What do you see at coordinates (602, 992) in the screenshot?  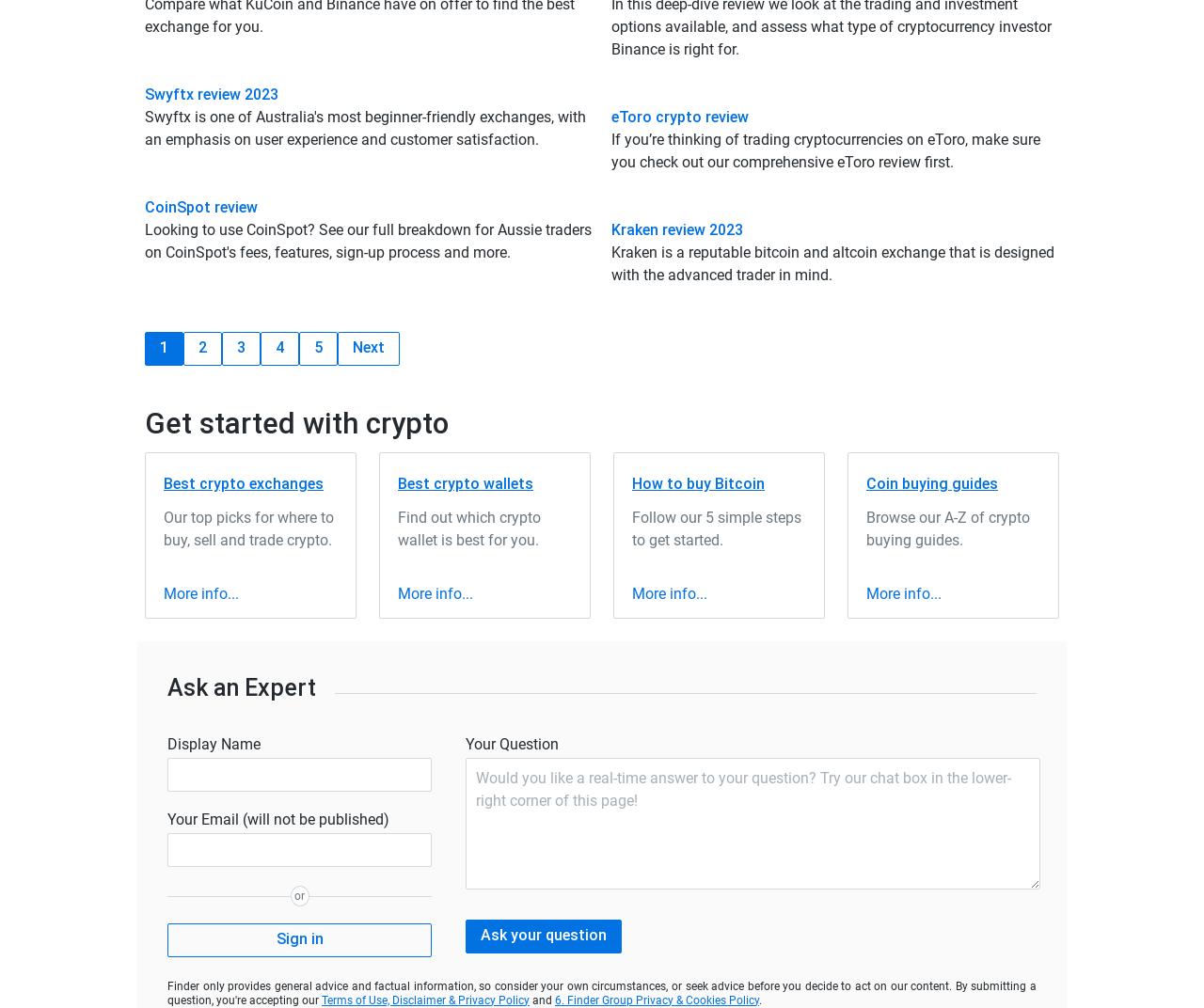 I see `'Finder only provides general advice and factual information, so consider your own circumstances, or seek advice before you decide to act on our content. By submitting a question, you're accepting our'` at bounding box center [602, 992].